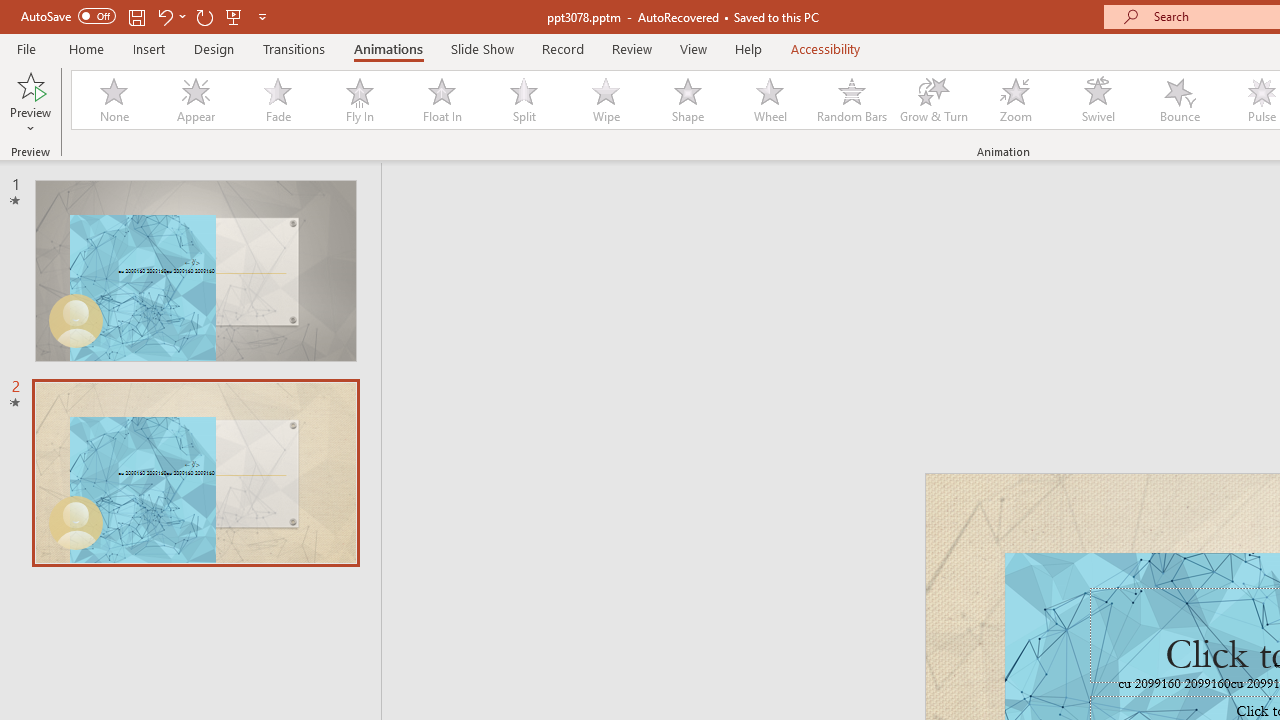 The width and height of the screenshot is (1280, 720). Describe the element at coordinates (933, 100) in the screenshot. I see `'Grow & Turn'` at that location.